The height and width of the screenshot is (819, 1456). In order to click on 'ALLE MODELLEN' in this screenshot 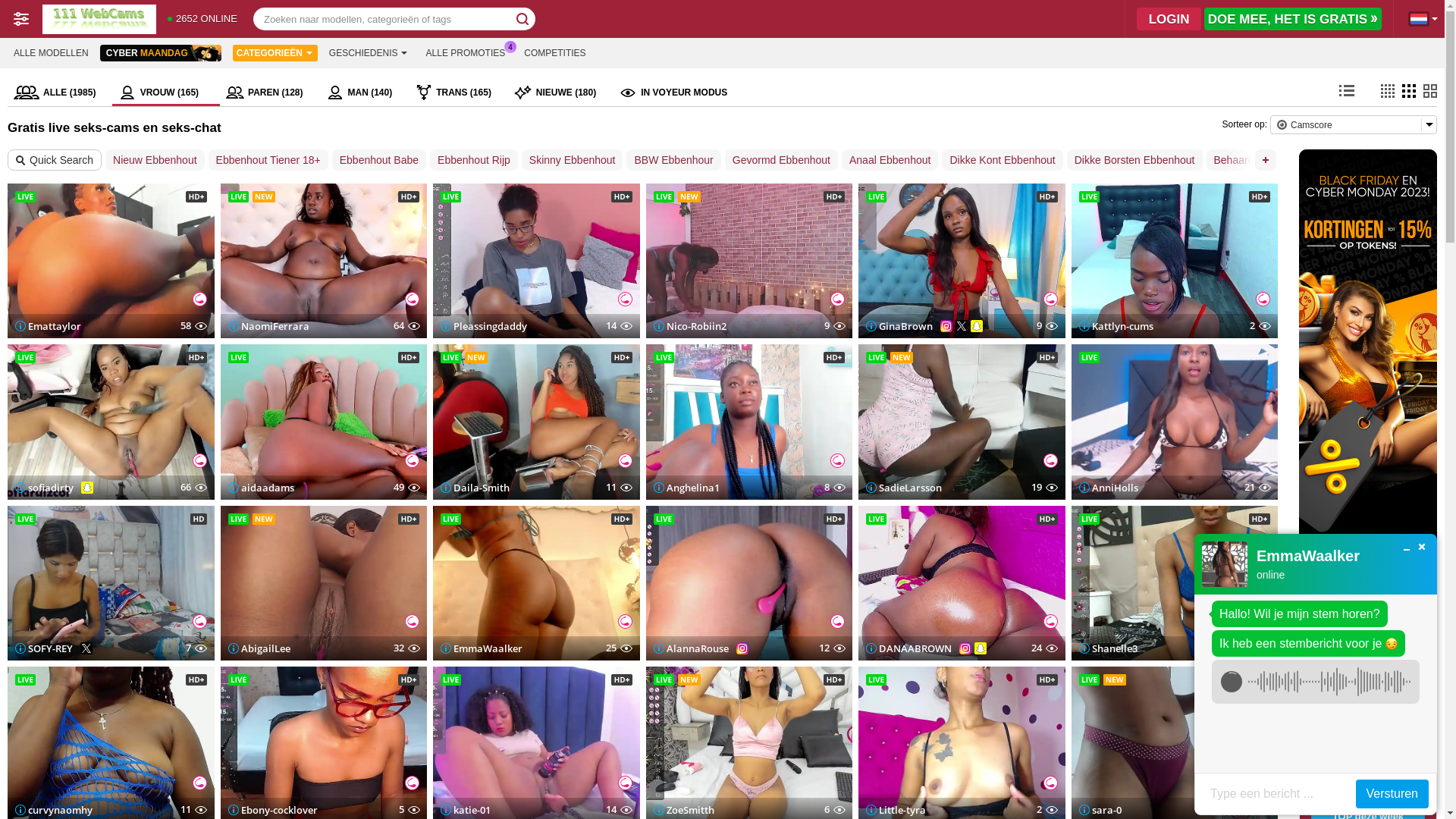, I will do `click(51, 52)`.